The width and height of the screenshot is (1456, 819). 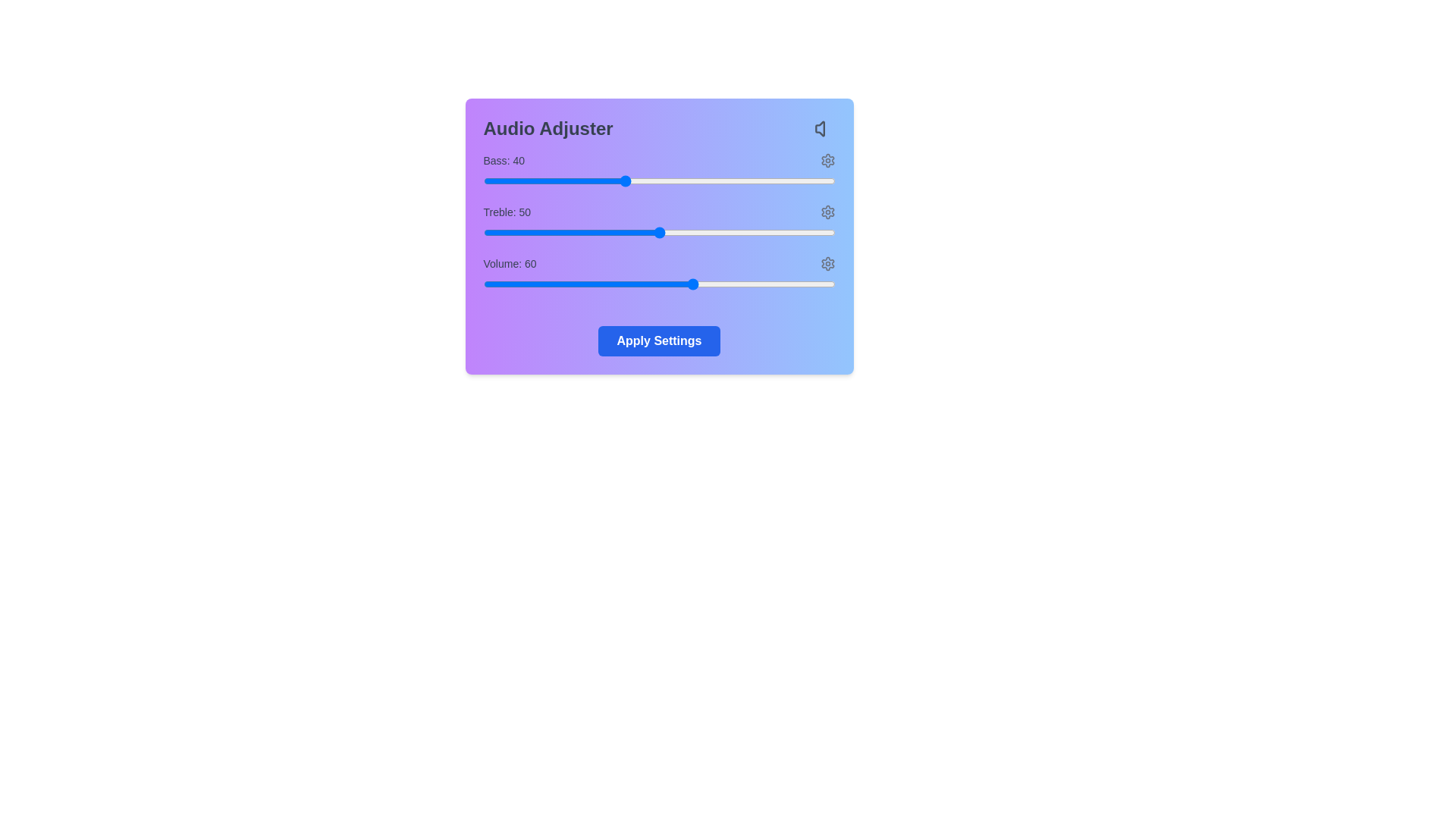 What do you see at coordinates (522, 180) in the screenshot?
I see `the bass level` at bounding box center [522, 180].